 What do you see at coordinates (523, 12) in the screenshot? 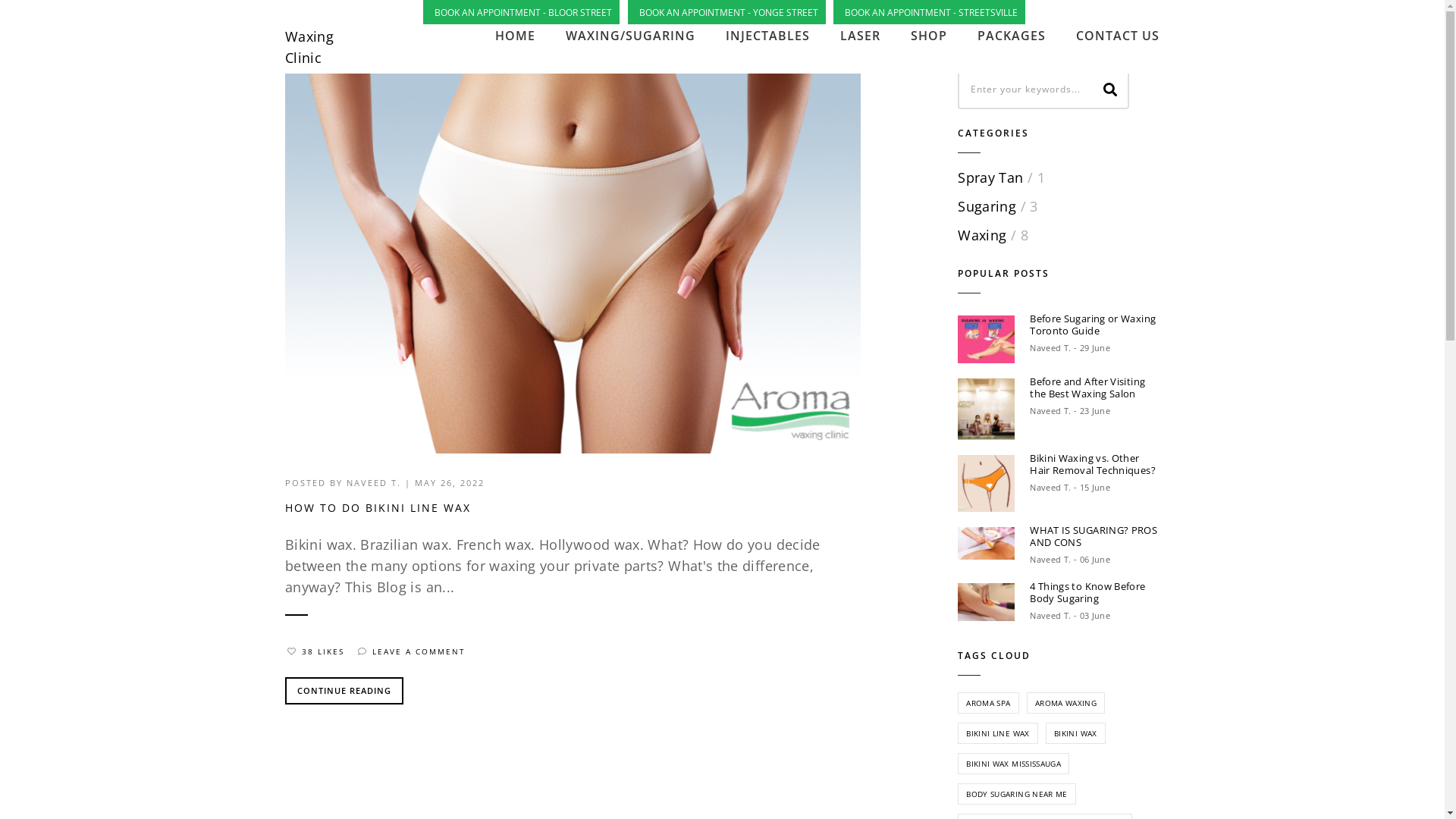
I see `'BOOK AN APPOINTMENT BLOOR STREET'` at bounding box center [523, 12].